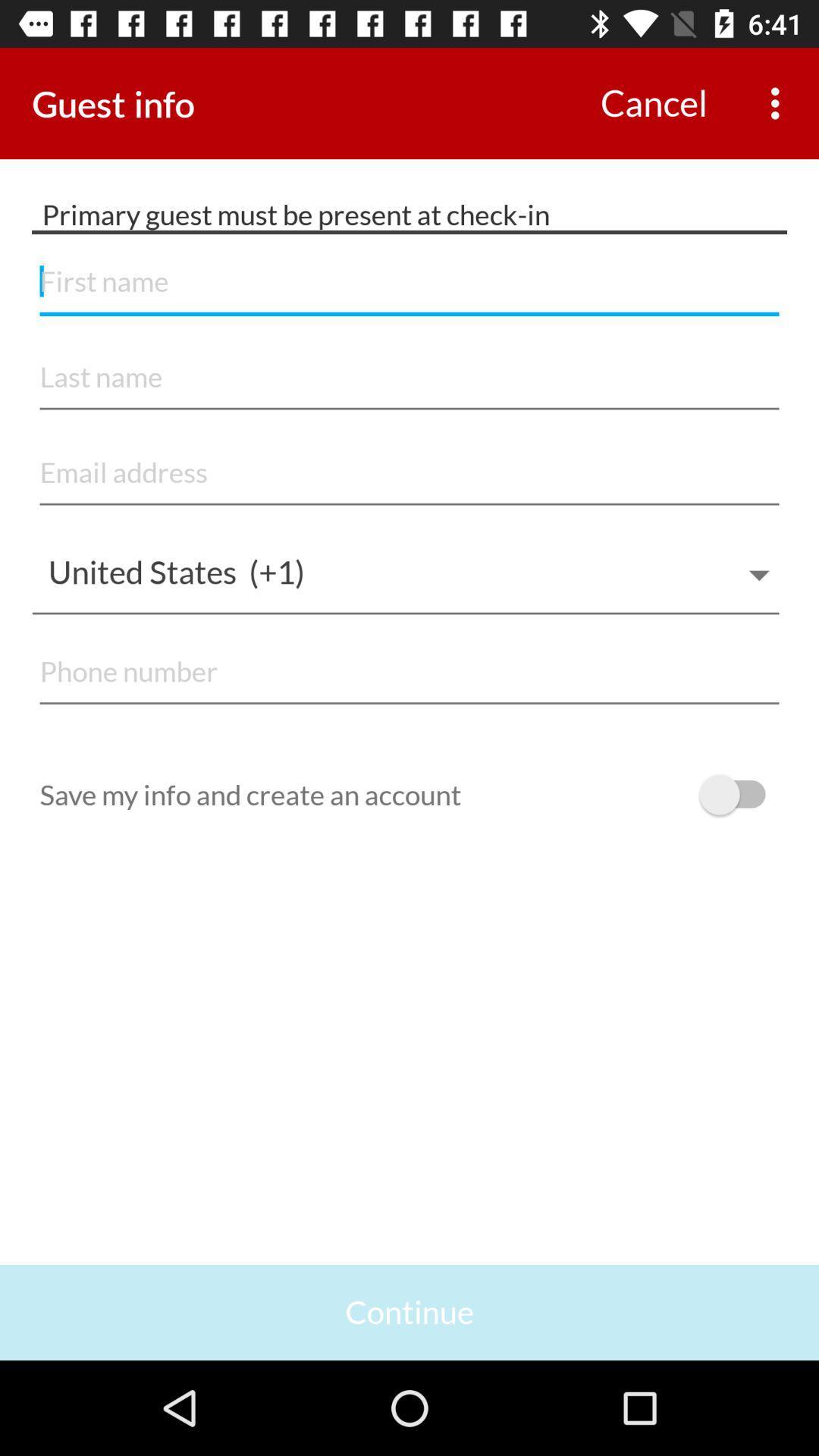  Describe the element at coordinates (409, 378) in the screenshot. I see `create id` at that location.